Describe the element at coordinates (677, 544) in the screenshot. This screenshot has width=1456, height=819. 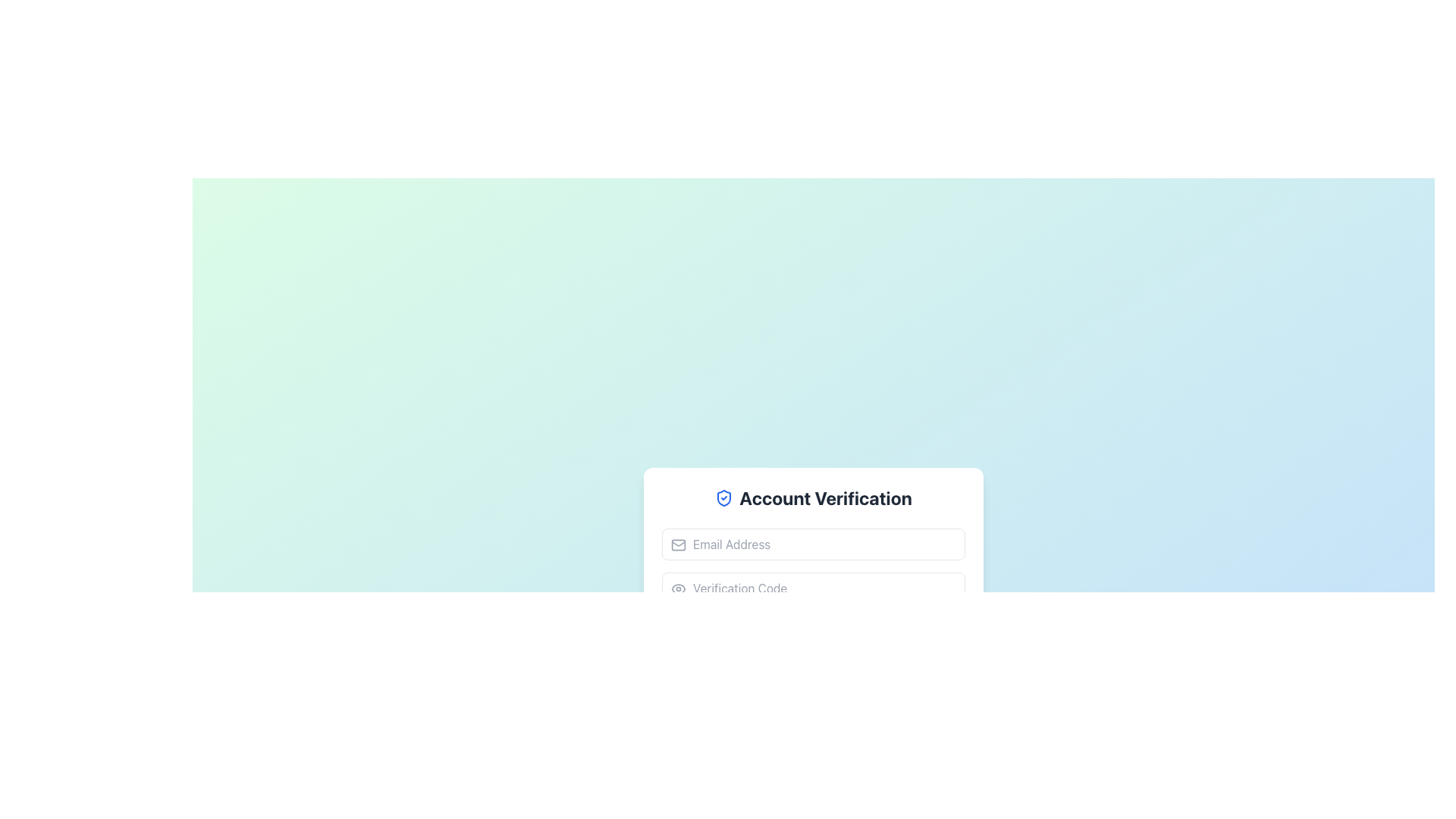
I see `the envelope icon located at the top-left corner inside the 'Email Address' input field, which is styled in a minimalist modern design and rendered in light gray color` at that location.